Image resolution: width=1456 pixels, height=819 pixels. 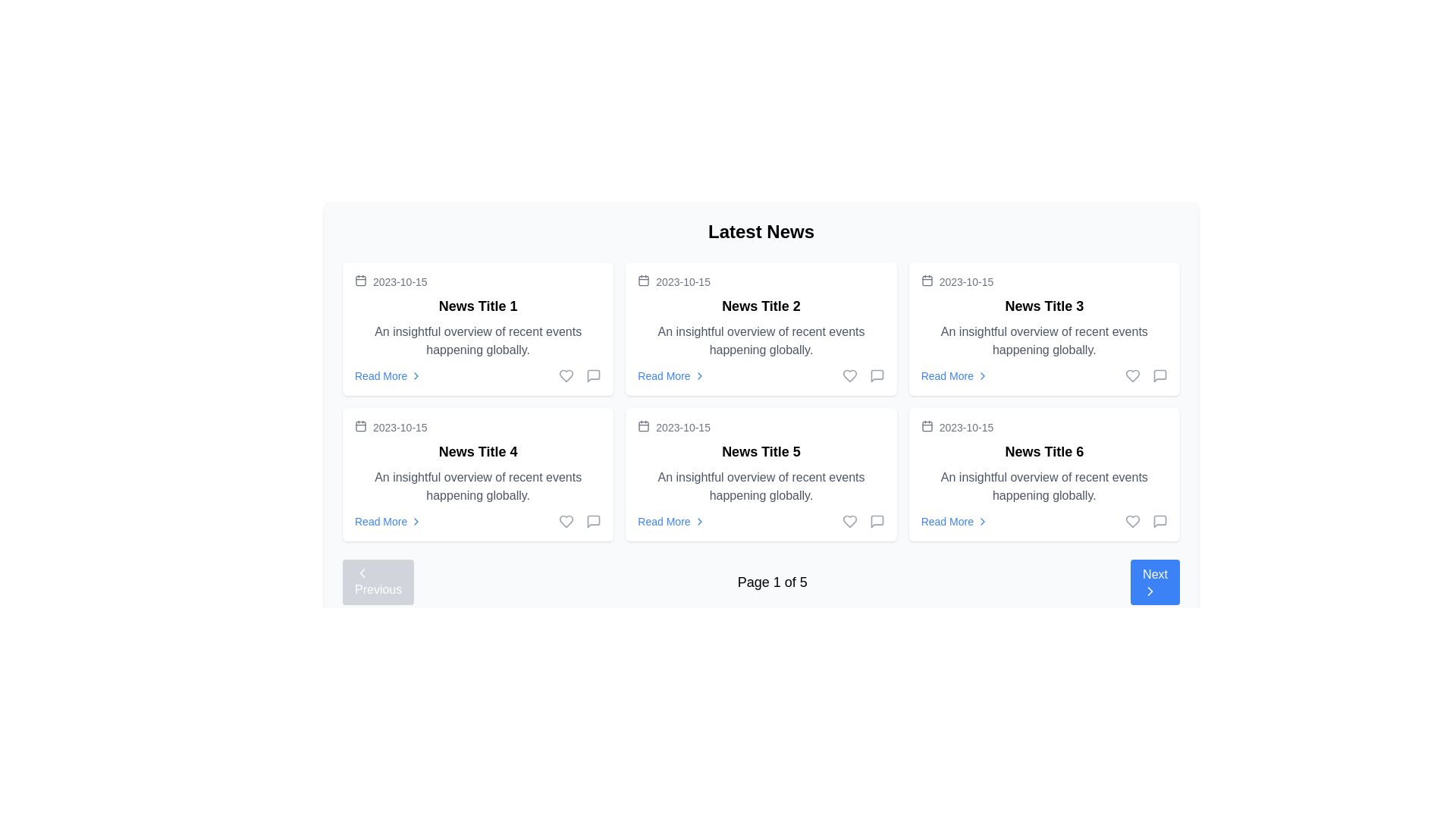 I want to click on the interactive icon located in the bottom-right corner of the 'News Title 6' card, so click(x=1159, y=520).